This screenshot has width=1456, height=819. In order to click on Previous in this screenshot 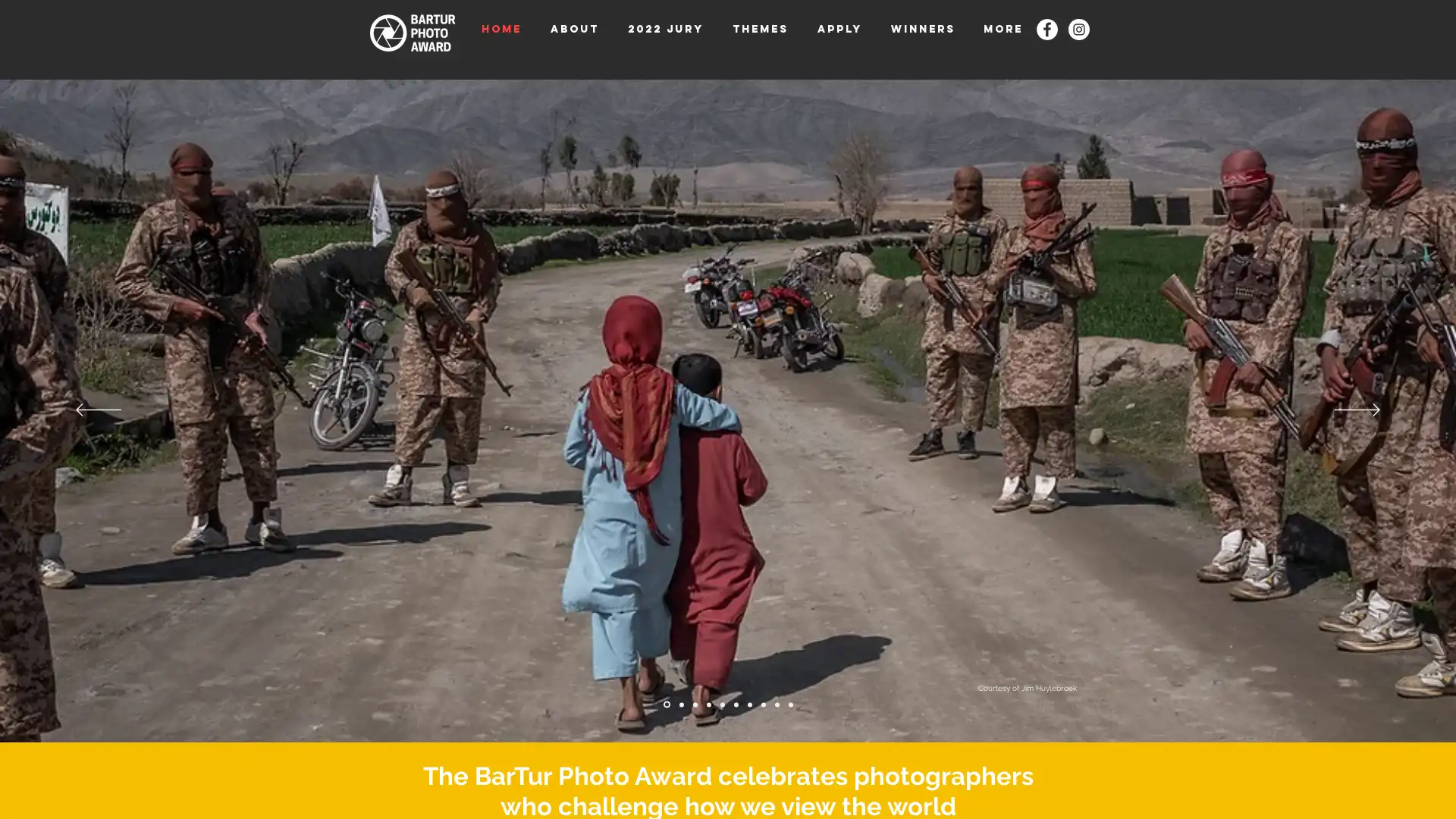, I will do `click(97, 410)`.